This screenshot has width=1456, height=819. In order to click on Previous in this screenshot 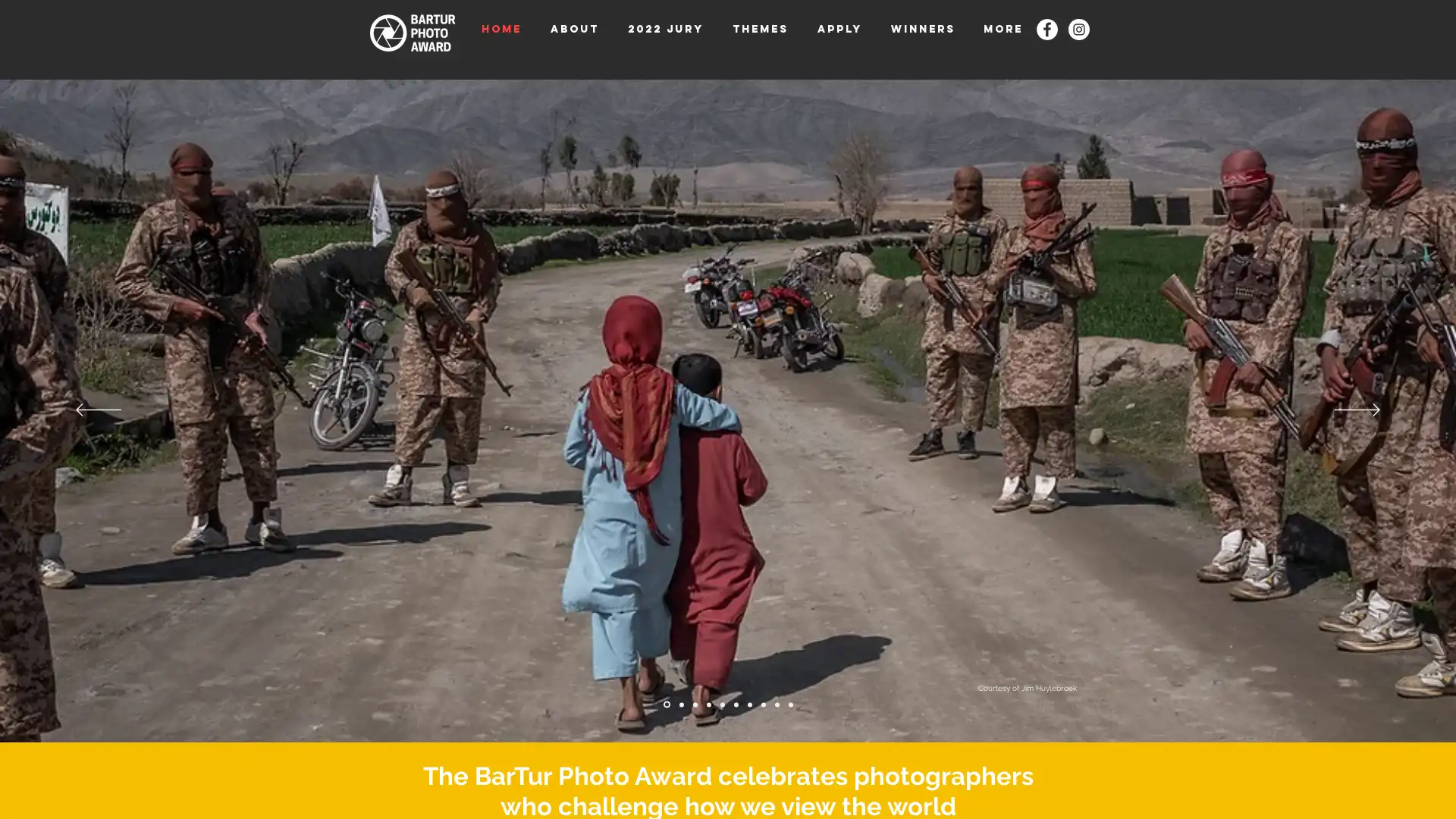, I will do `click(97, 410)`.